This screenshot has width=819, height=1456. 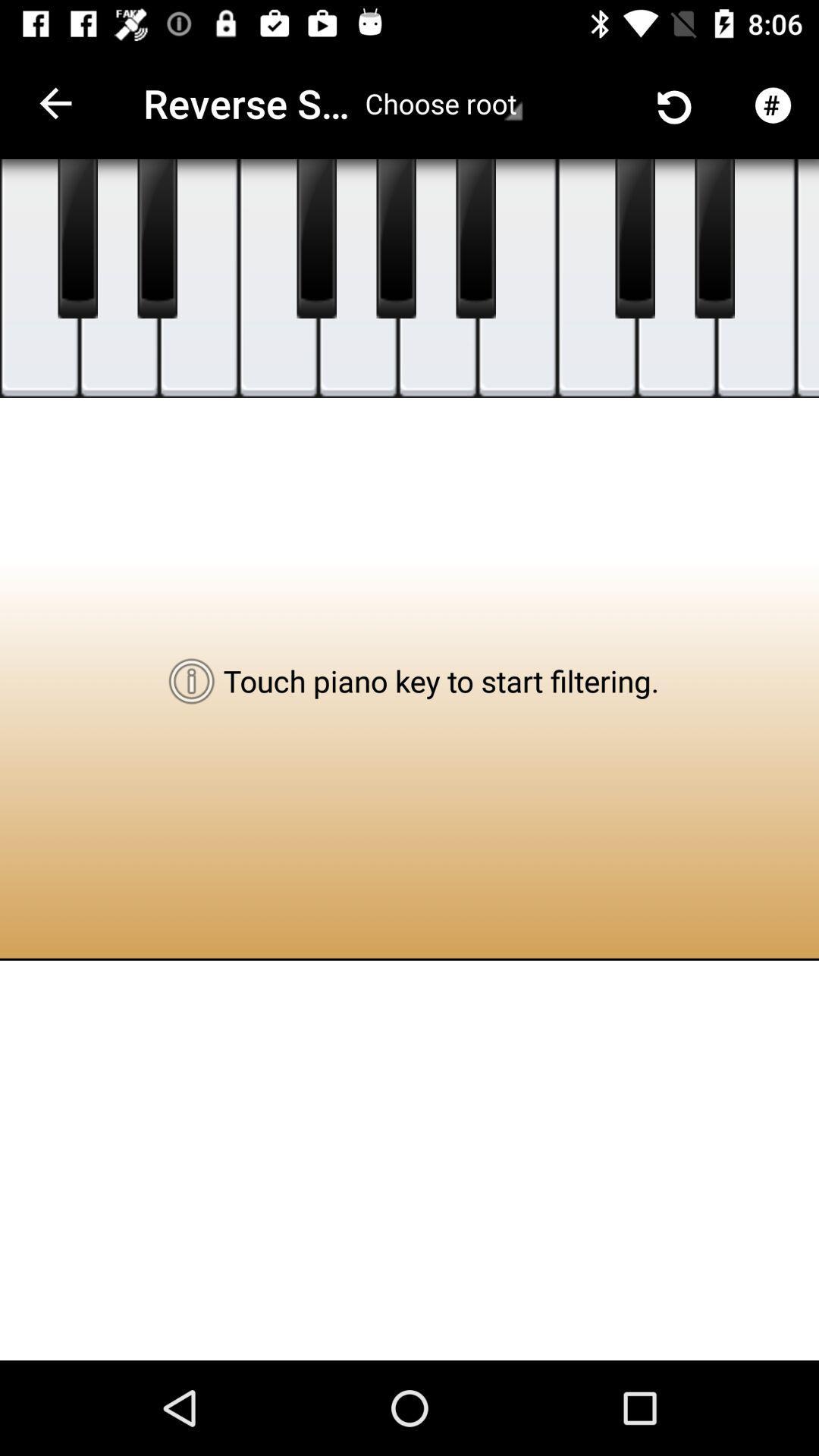 What do you see at coordinates (676, 278) in the screenshot?
I see `piano chord` at bounding box center [676, 278].